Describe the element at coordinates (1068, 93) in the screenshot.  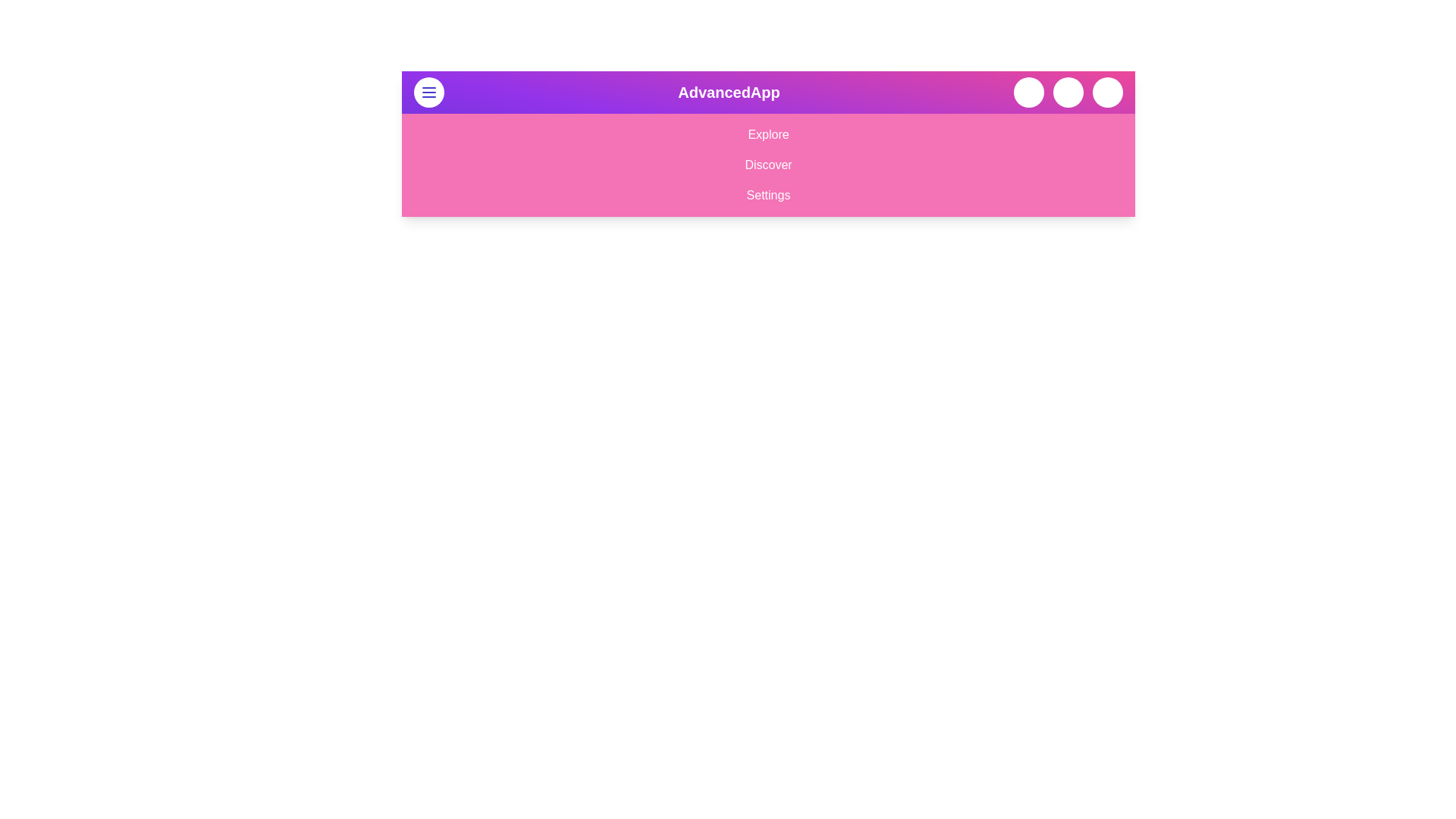
I see `the bell icon to view notifications` at that location.